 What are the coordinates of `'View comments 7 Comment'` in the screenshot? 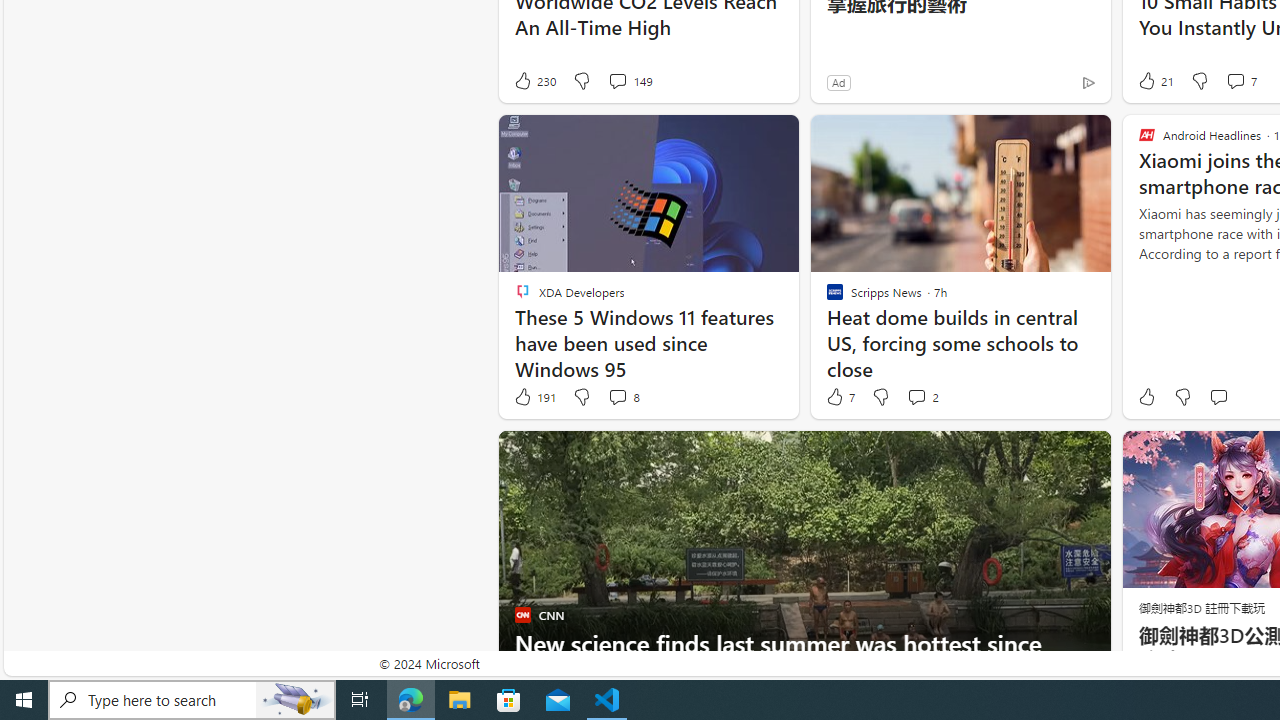 It's located at (1239, 80).